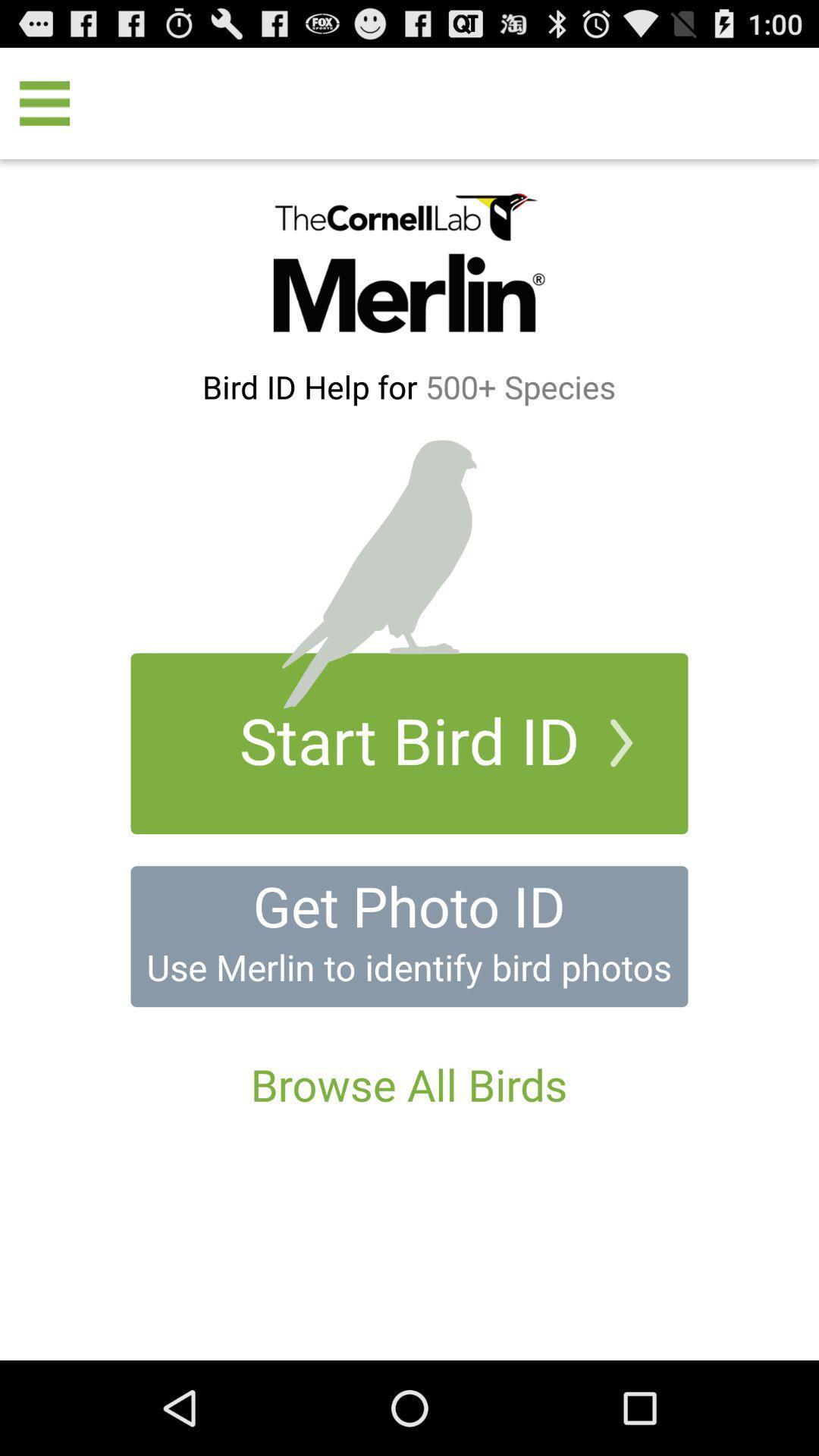  What do you see at coordinates (408, 966) in the screenshot?
I see `icon above the browse all birds icon` at bounding box center [408, 966].